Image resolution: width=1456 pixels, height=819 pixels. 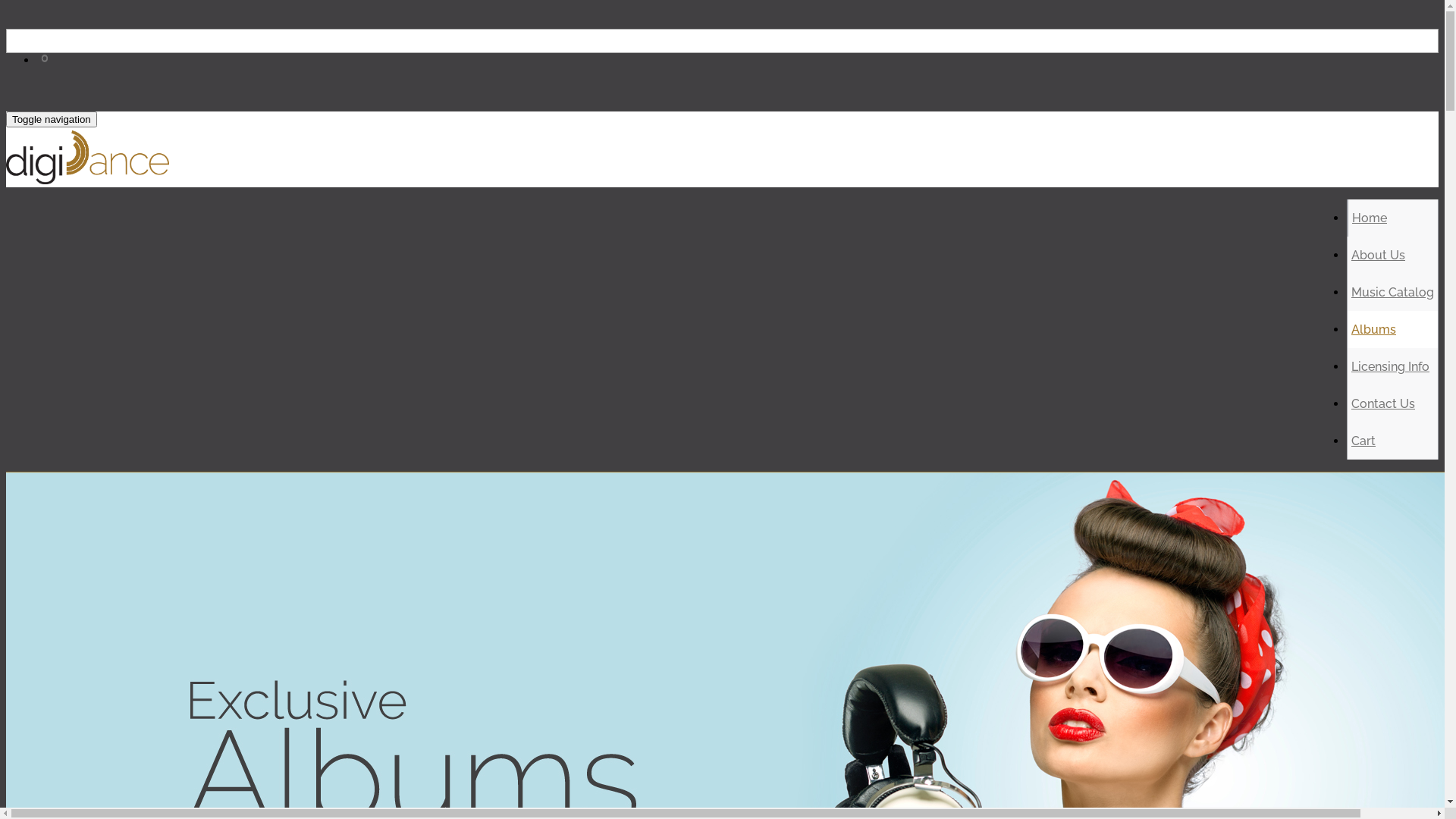 What do you see at coordinates (1363, 441) in the screenshot?
I see `'Cart'` at bounding box center [1363, 441].